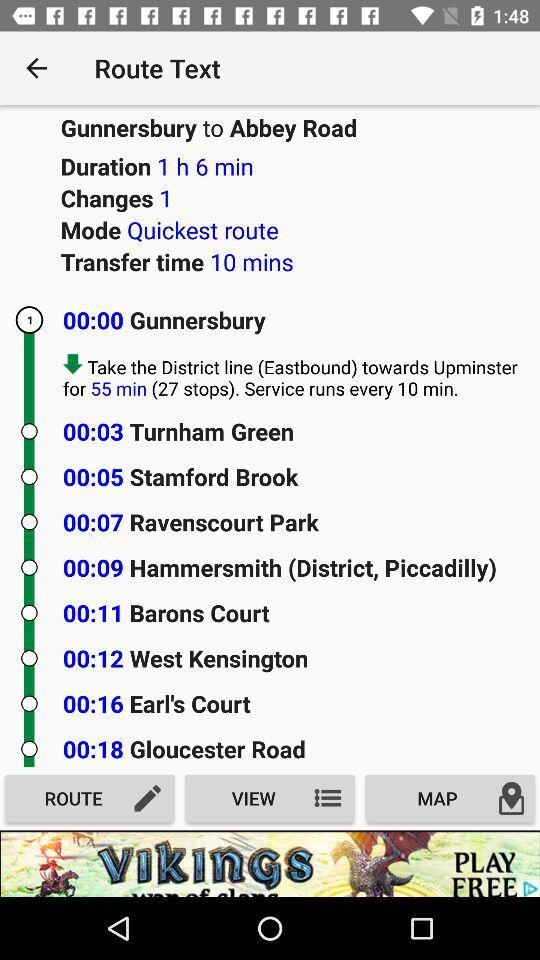  Describe the element at coordinates (449, 798) in the screenshot. I see `map on the right side of view` at that location.